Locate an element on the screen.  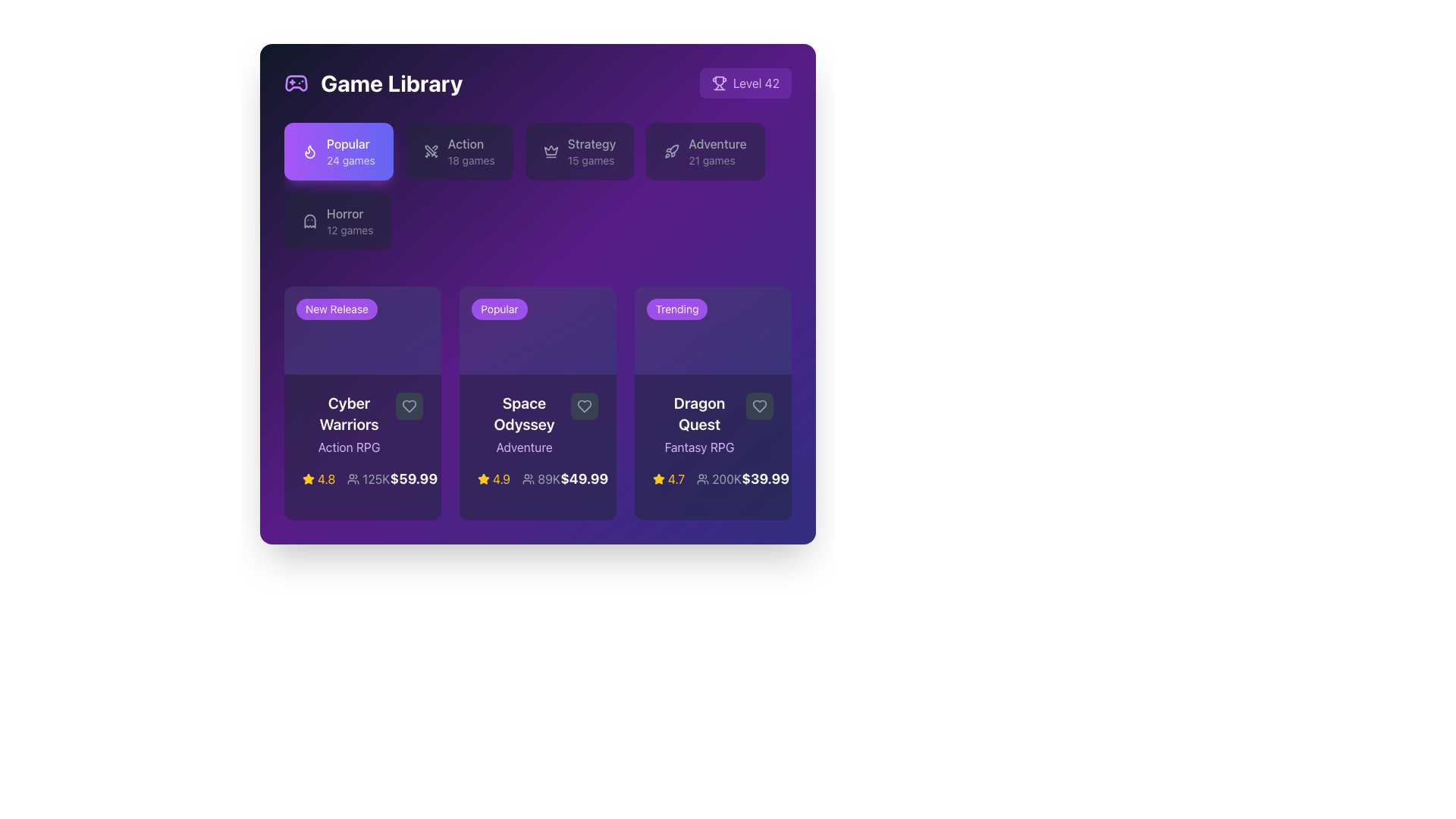
the text block displaying the price of the product in the middle game card for 'Space Odyssey', located at the lower center under user and rating details is located at coordinates (583, 479).